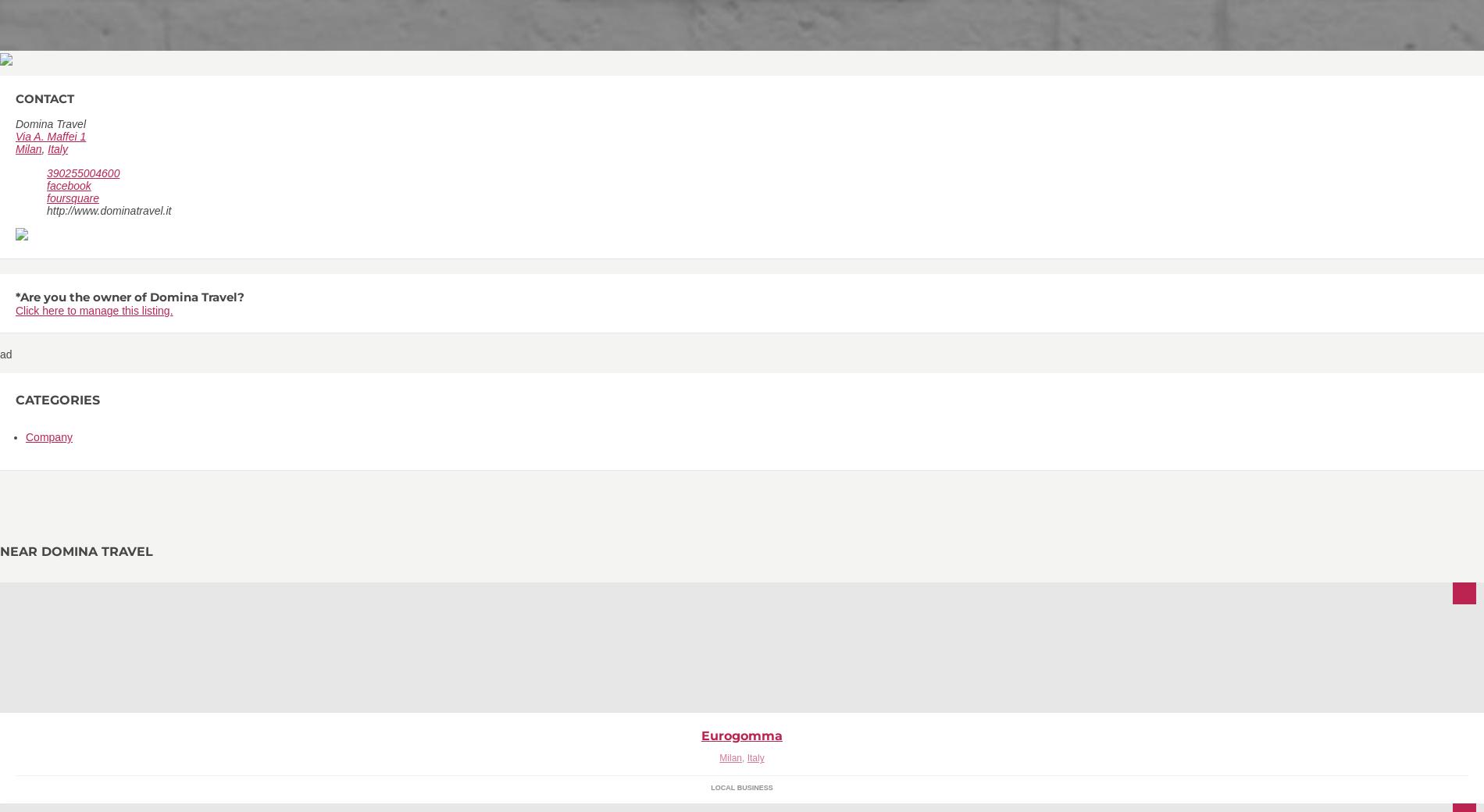 Image resolution: width=1484 pixels, height=812 pixels. Describe the element at coordinates (5, 354) in the screenshot. I see `'ad'` at that location.